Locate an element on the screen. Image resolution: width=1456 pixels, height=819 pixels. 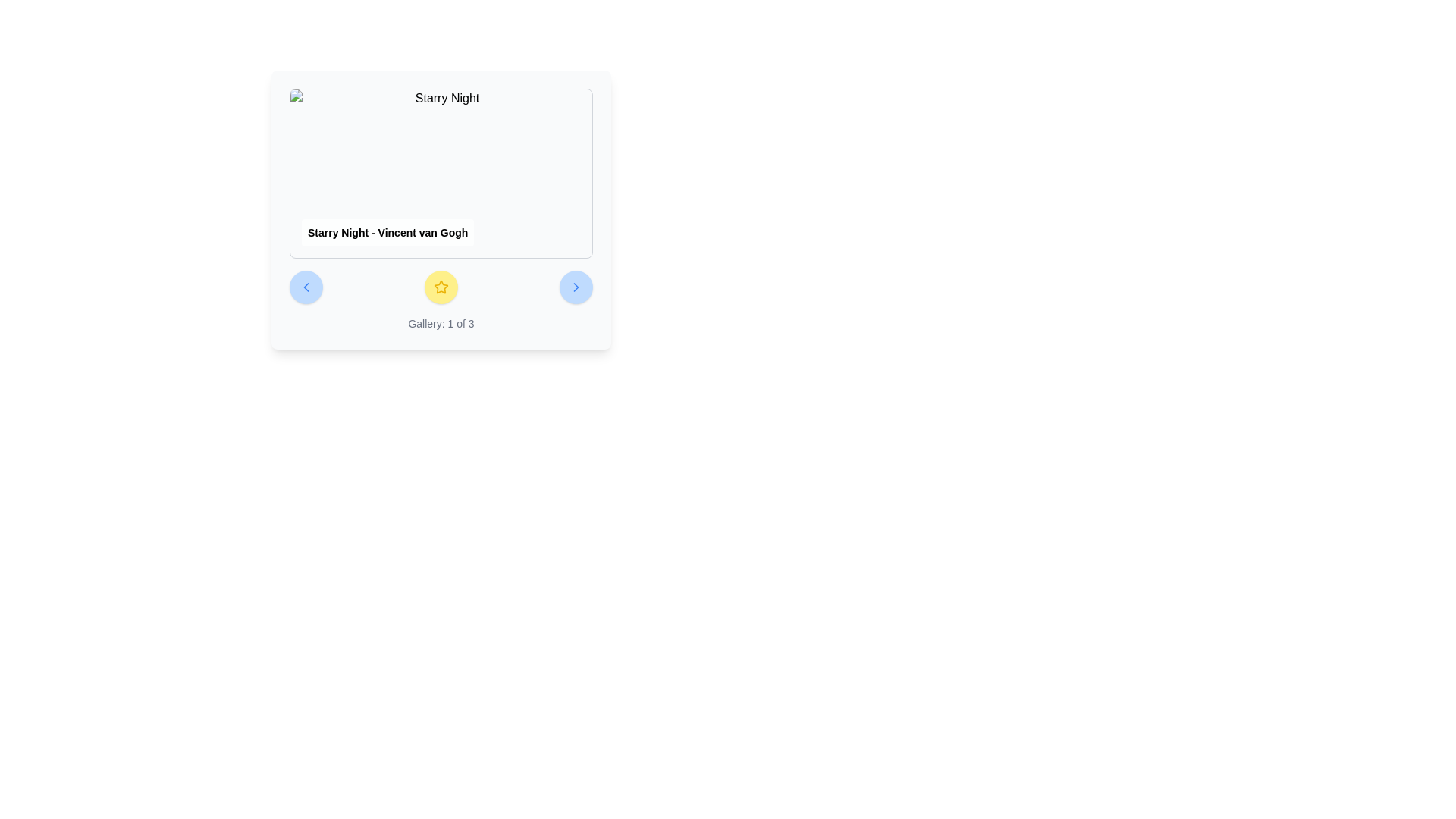
the star-shaped gold-yellow icon located centrally within a circular yellow background beneath the main content panel is located at coordinates (440, 287).